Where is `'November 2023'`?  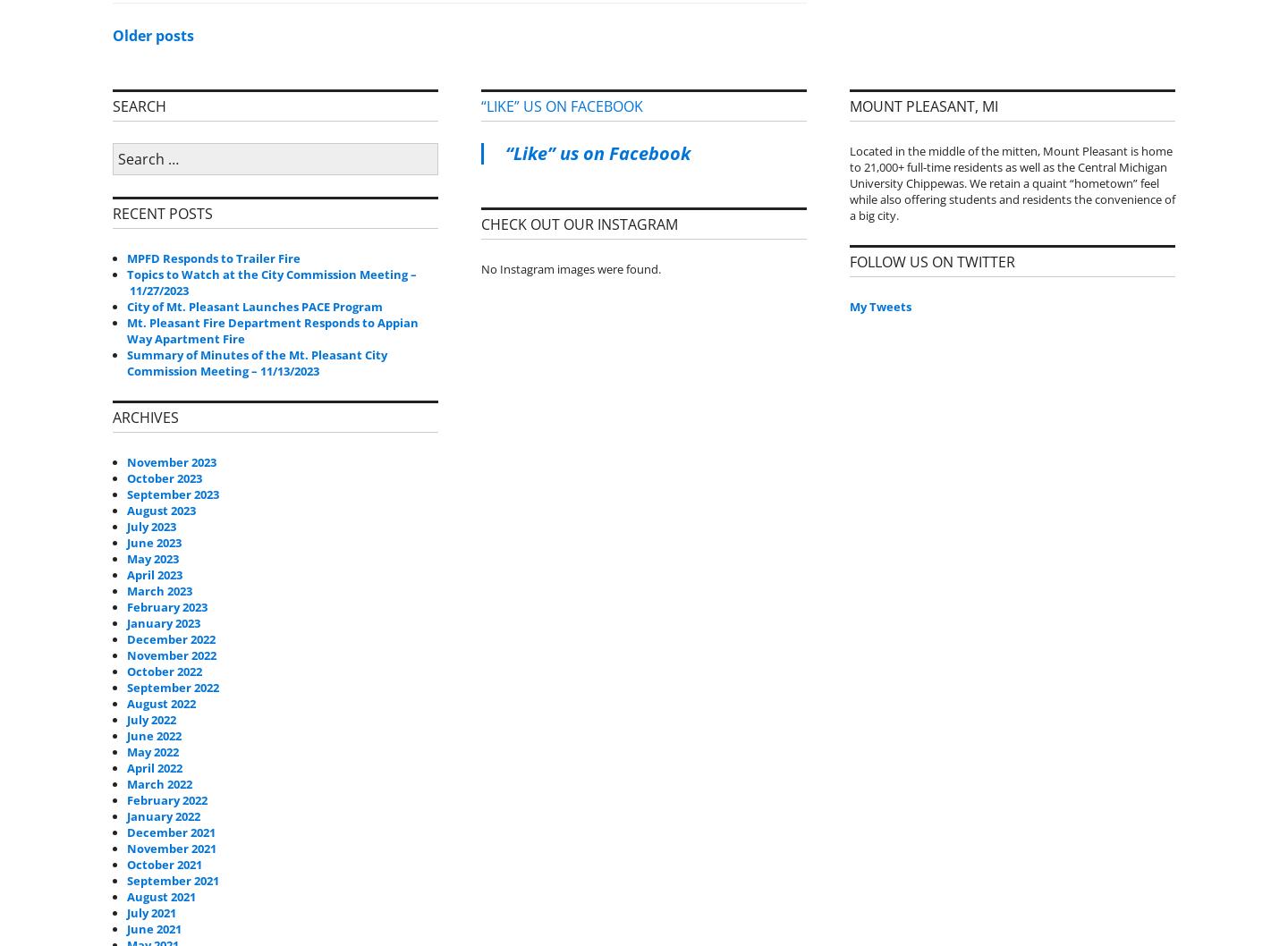
'November 2023' is located at coordinates (171, 460).